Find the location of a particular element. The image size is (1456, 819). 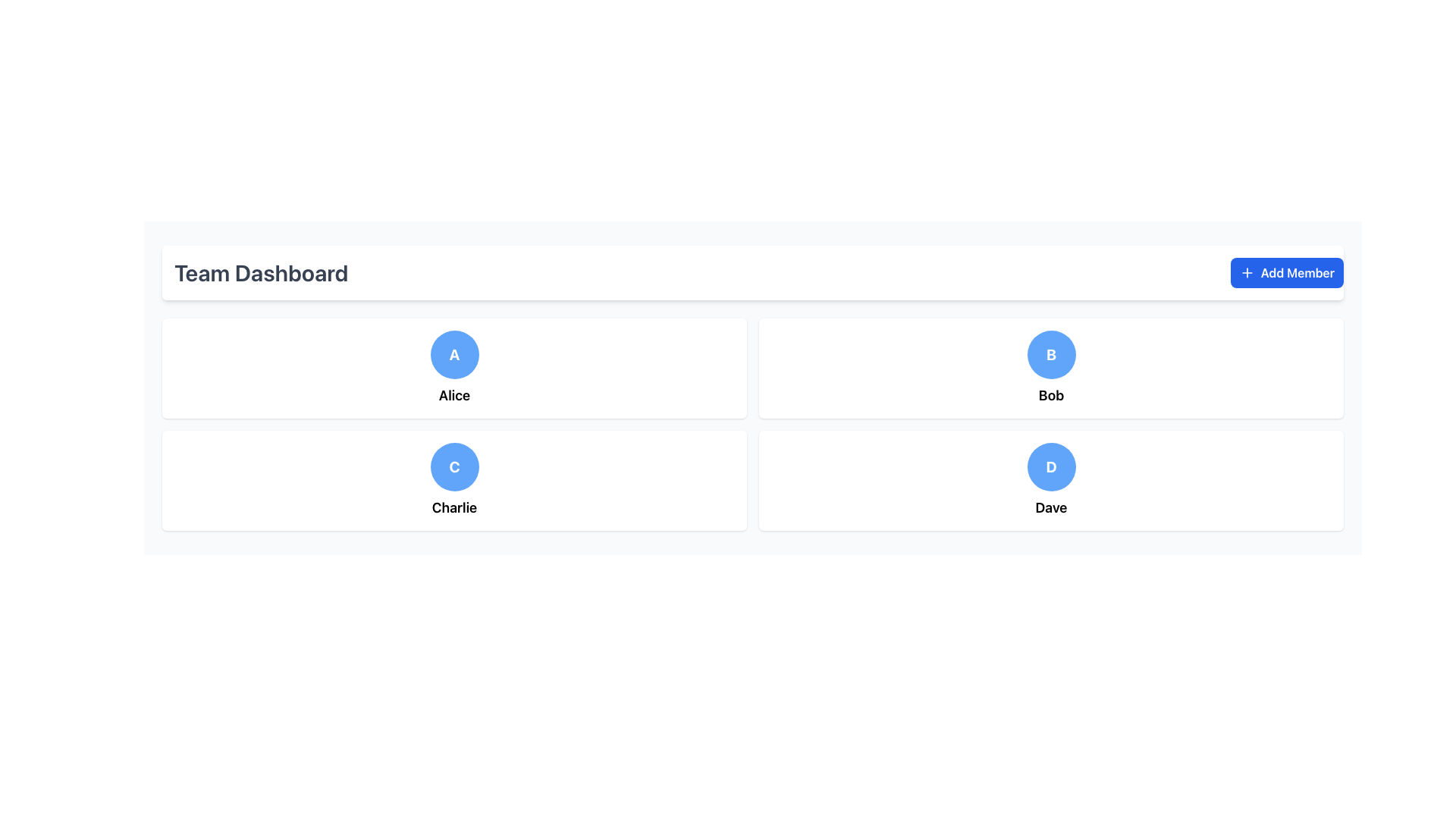

text label identifying the entity 'Alice', which is located below the blue circular icon labeled 'A' in the top left card of a 2x2 grid layout is located at coordinates (453, 394).